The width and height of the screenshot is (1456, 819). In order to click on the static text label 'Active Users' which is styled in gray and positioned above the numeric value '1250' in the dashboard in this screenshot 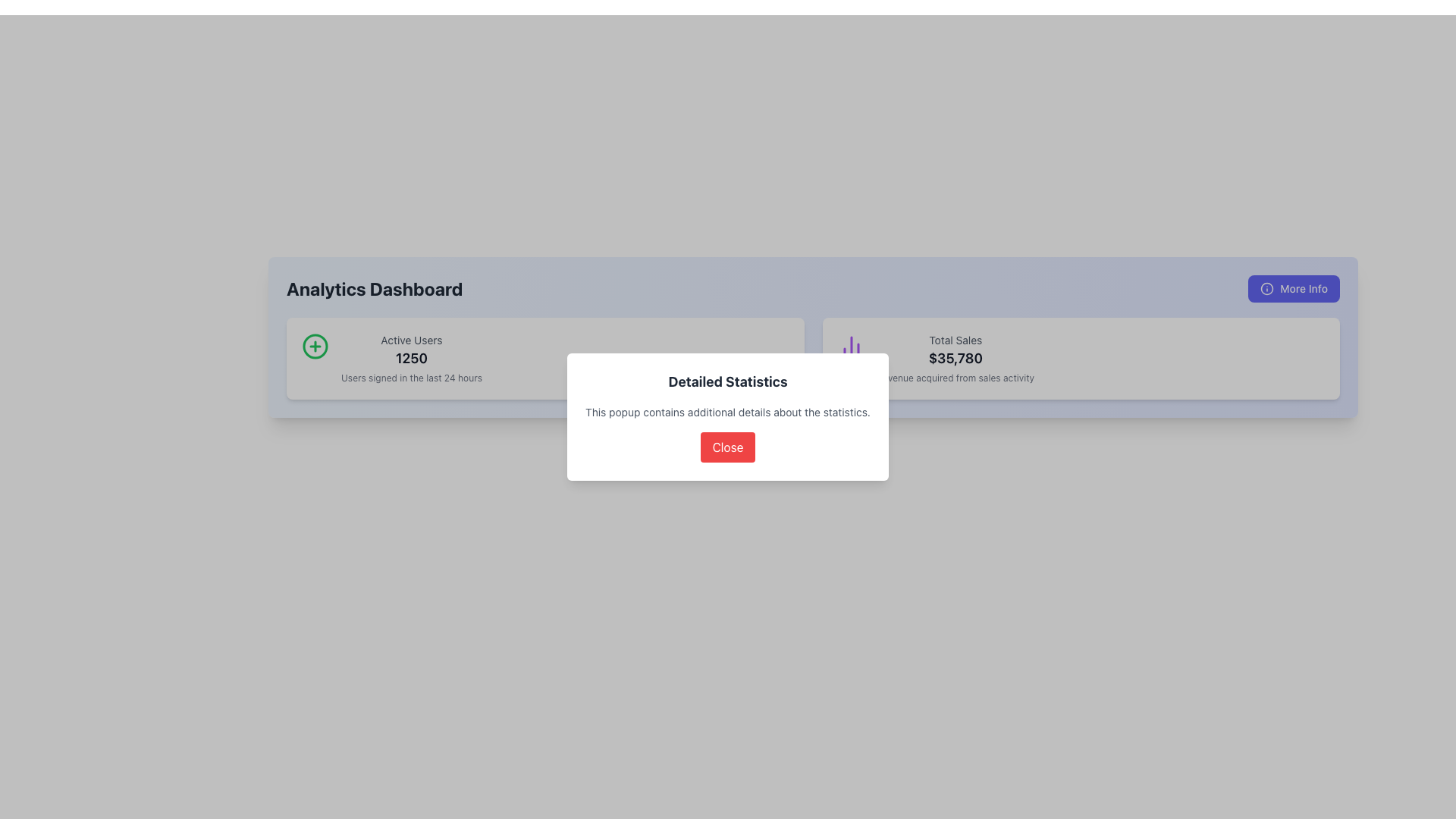, I will do `click(411, 339)`.